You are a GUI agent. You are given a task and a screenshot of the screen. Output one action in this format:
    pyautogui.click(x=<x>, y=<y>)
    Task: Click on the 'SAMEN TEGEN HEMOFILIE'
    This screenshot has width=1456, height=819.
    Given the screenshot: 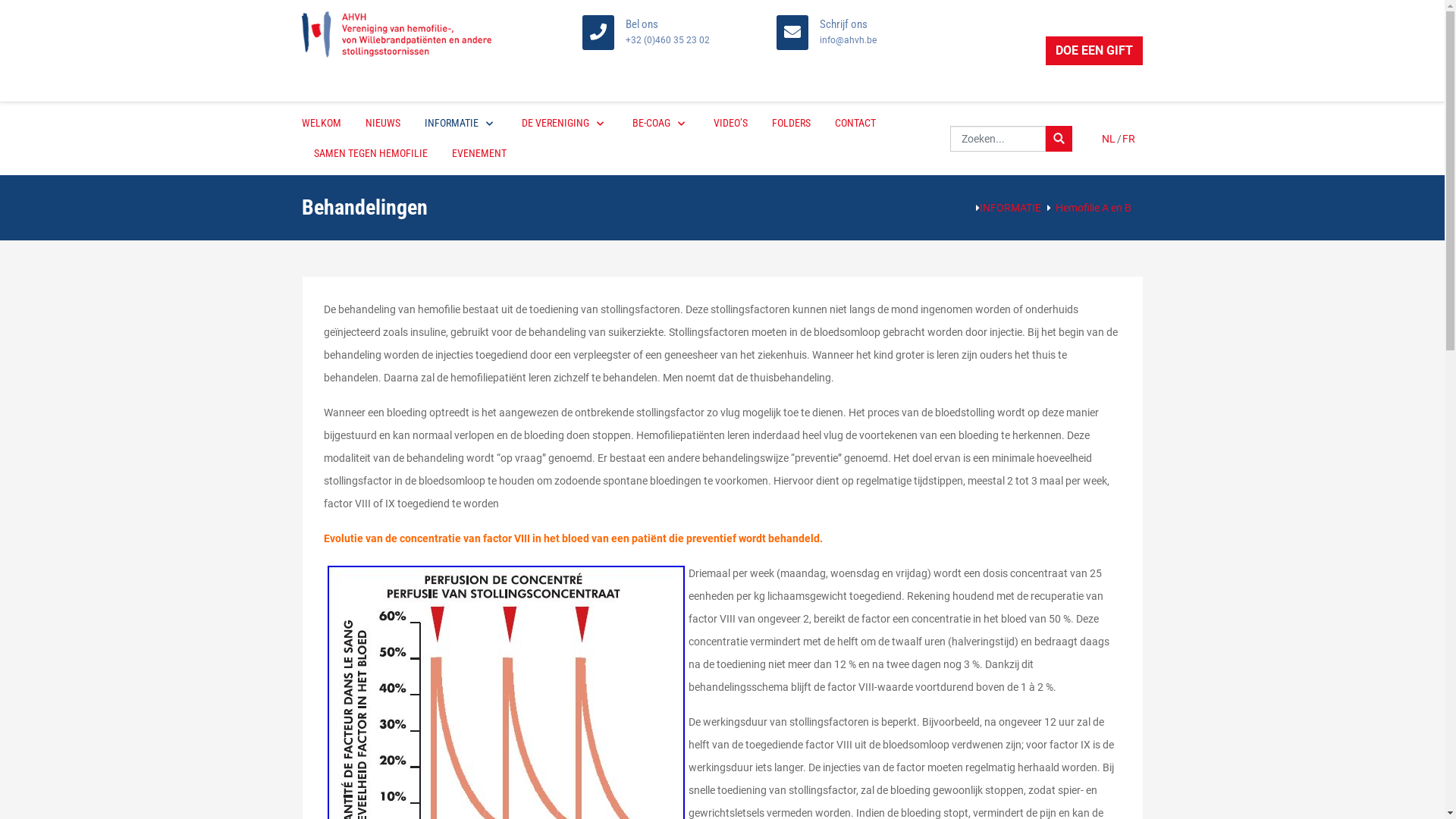 What is the action you would take?
    pyautogui.click(x=371, y=154)
    